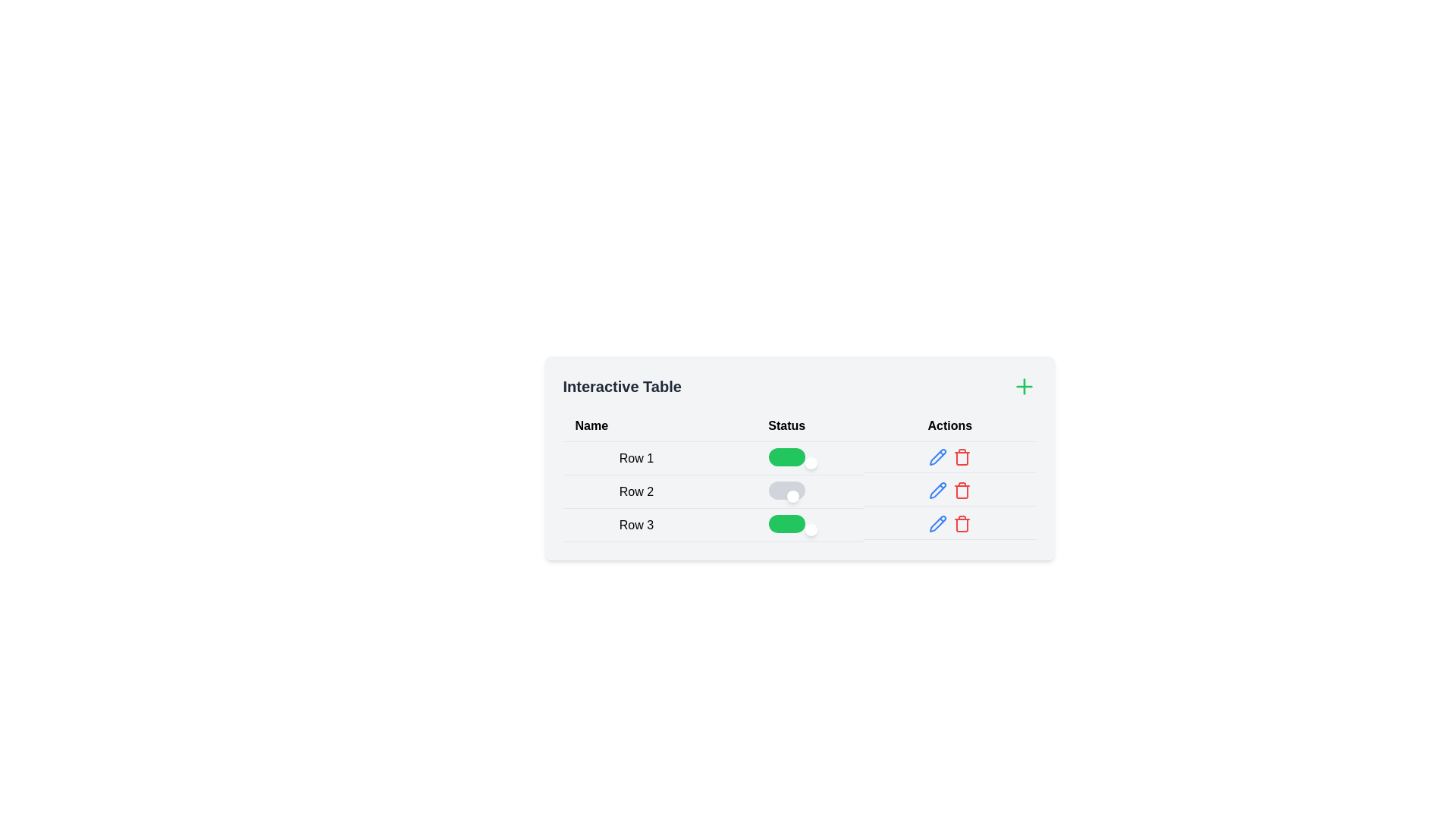 The height and width of the screenshot is (819, 1456). I want to click on the toggle switch located in the 'Status' column of 'Row 2' to potentially display a tooltip or state indication, so click(786, 491).